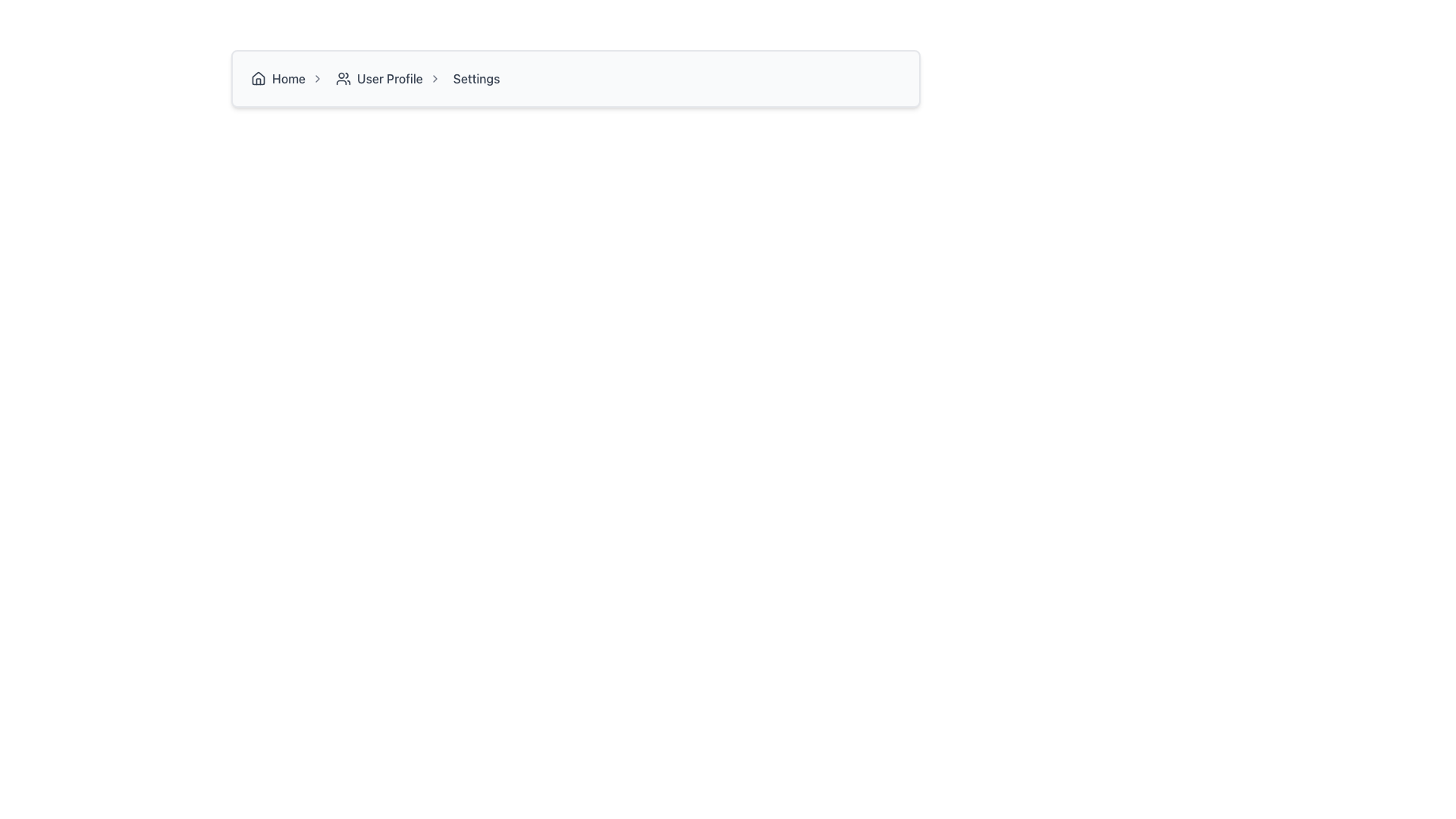 This screenshot has width=1456, height=819. Describe the element at coordinates (278, 79) in the screenshot. I see `the clickable navigation link which consists of a house-shaped icon followed by the text 'Home'` at that location.